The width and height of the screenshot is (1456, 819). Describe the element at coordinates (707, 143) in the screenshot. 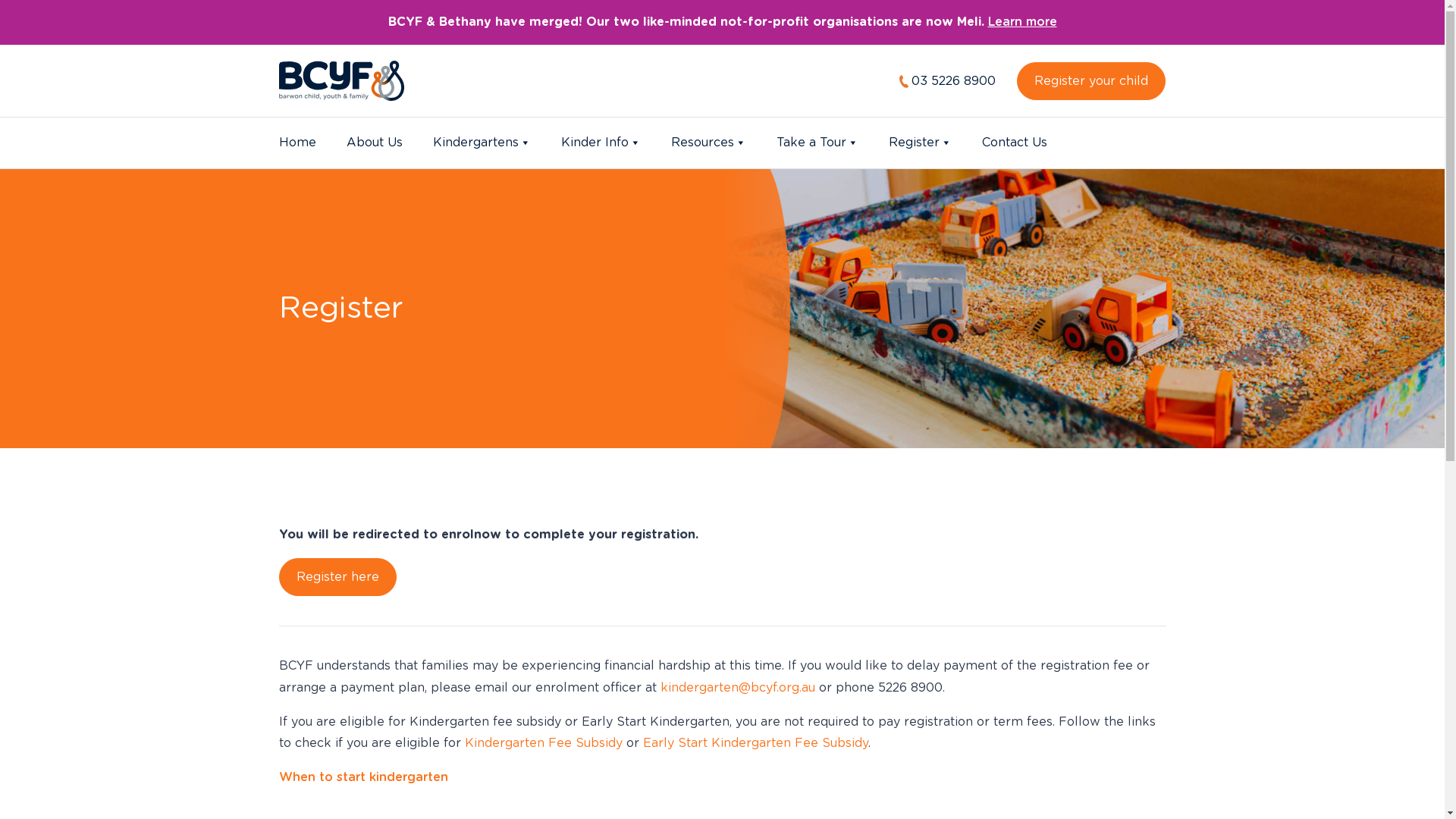

I see `'Resources'` at that location.